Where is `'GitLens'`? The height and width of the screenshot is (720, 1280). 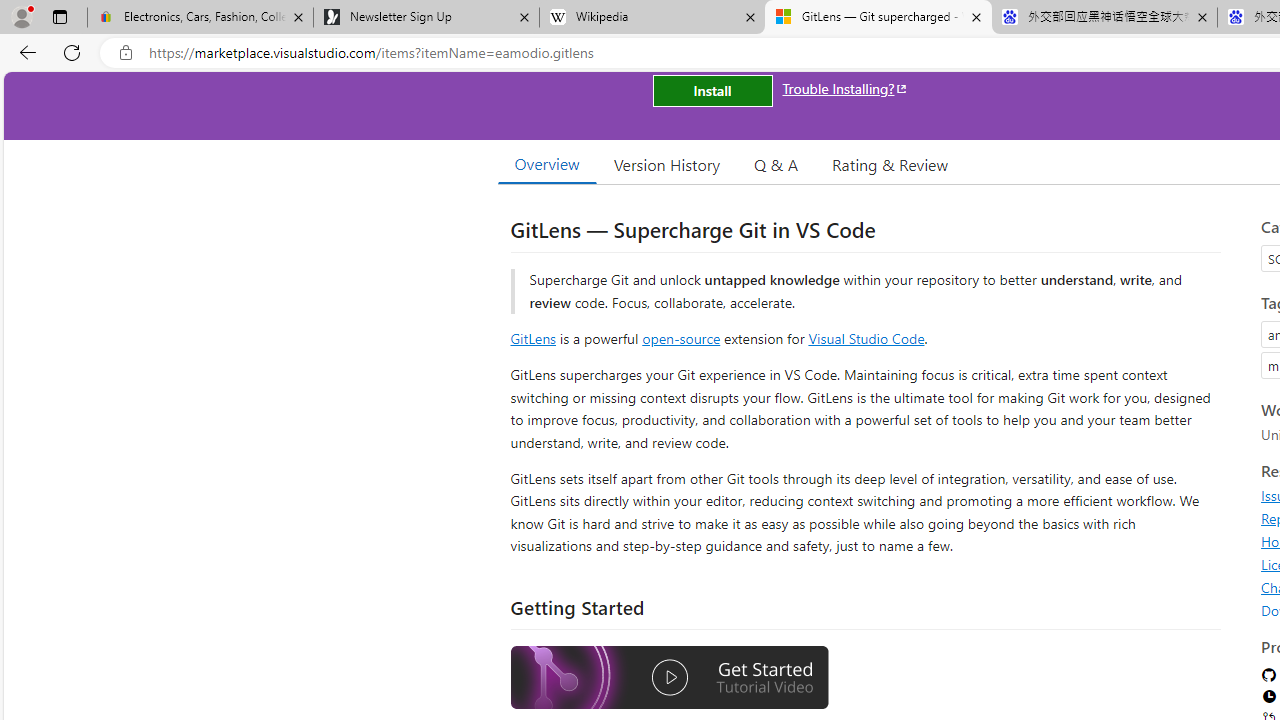 'GitLens' is located at coordinates (533, 337).